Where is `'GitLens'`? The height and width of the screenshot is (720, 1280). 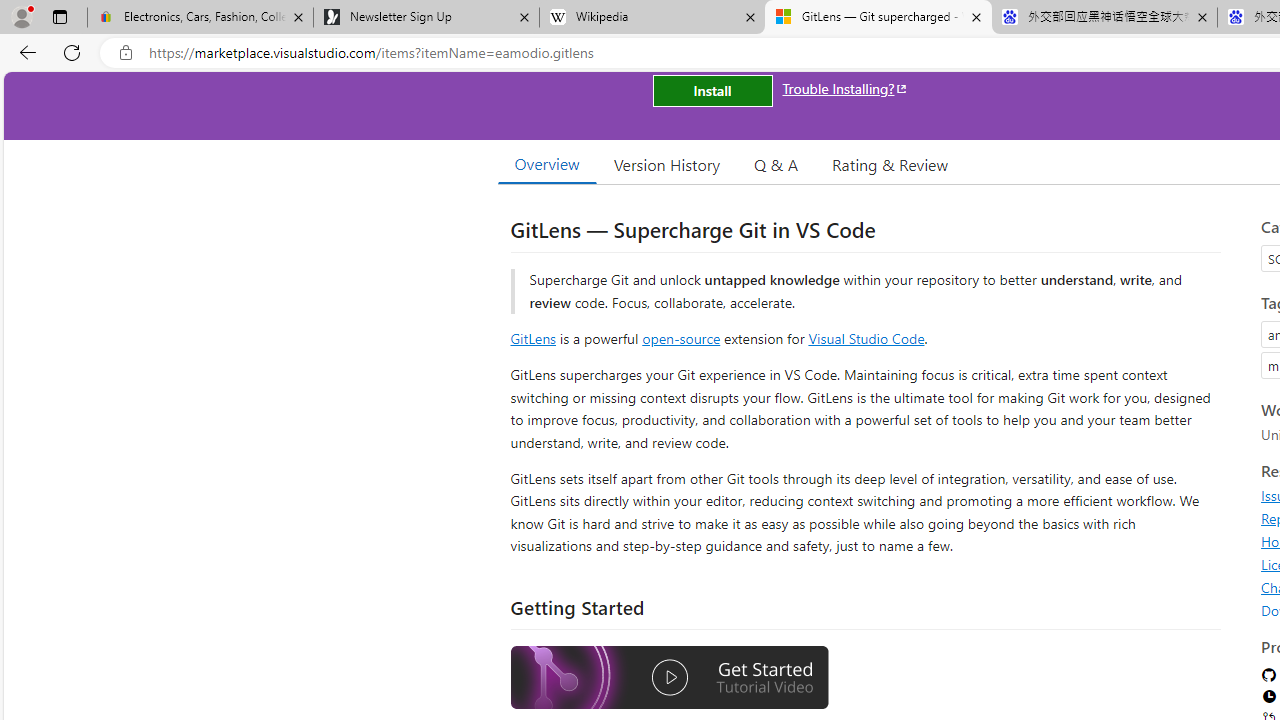 'GitLens' is located at coordinates (533, 337).